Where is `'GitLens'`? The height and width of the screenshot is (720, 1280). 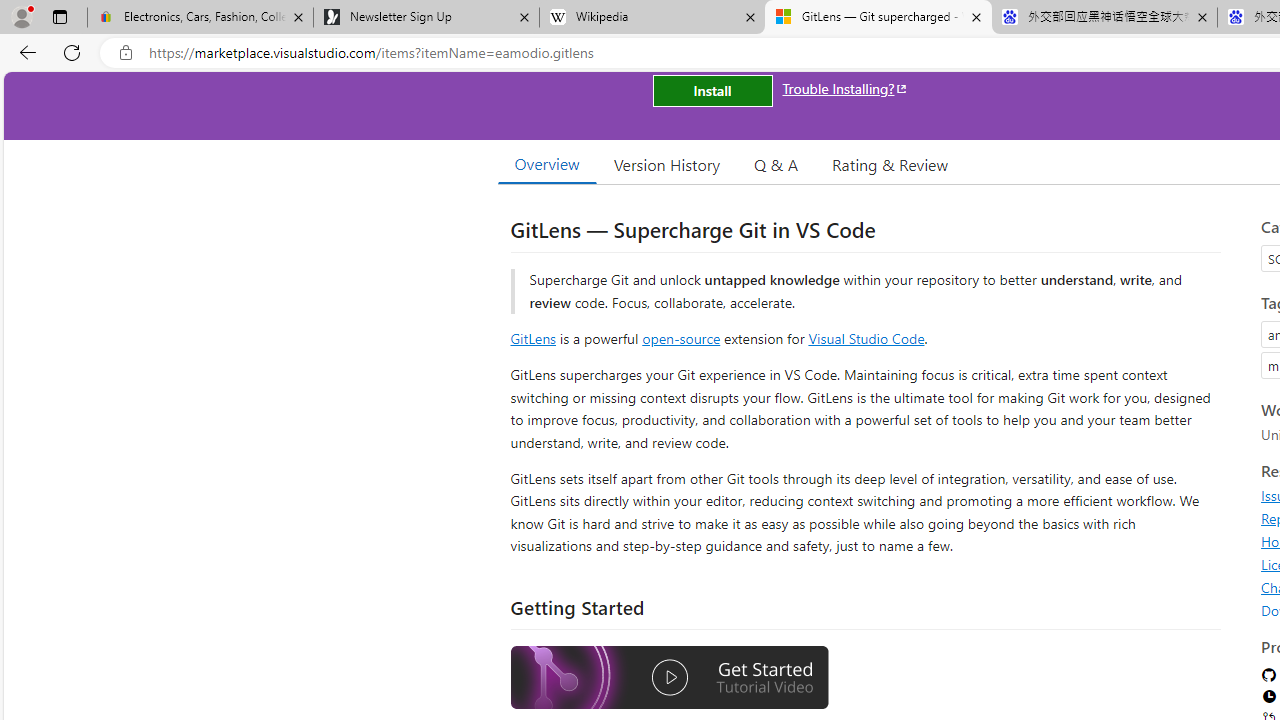 'GitLens' is located at coordinates (533, 337).